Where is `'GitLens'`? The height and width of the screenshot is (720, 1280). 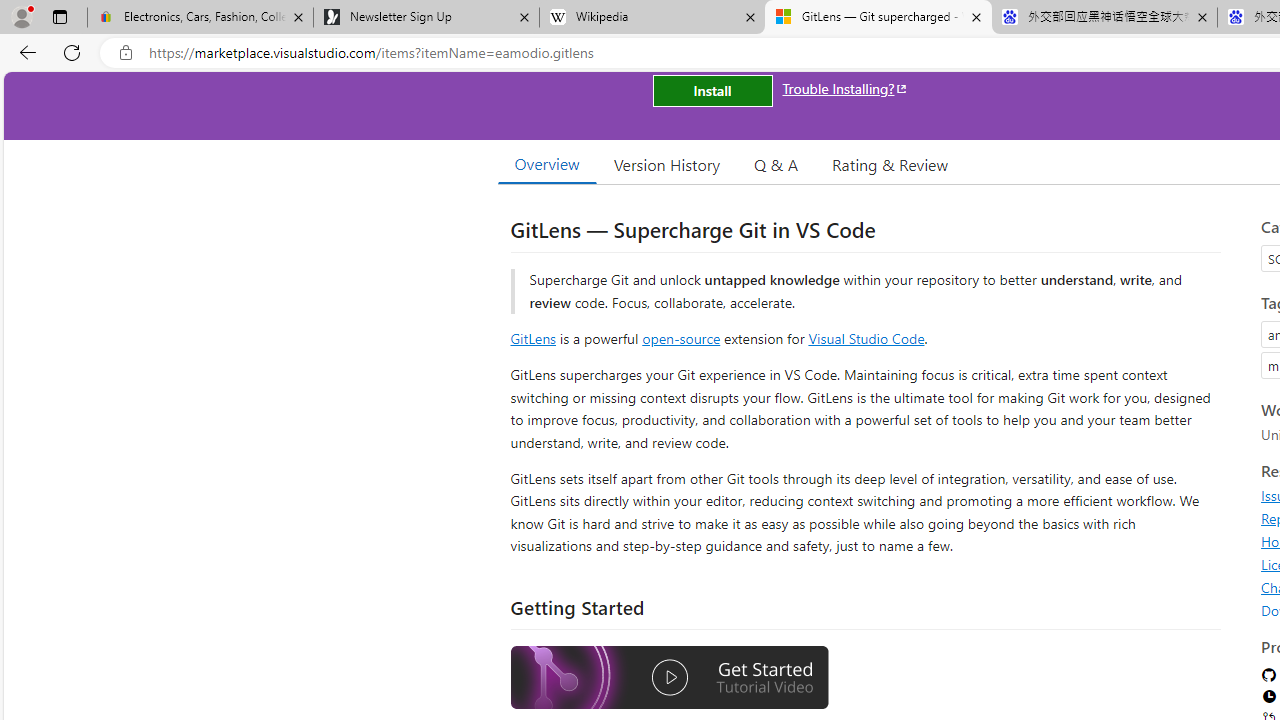 'GitLens' is located at coordinates (533, 337).